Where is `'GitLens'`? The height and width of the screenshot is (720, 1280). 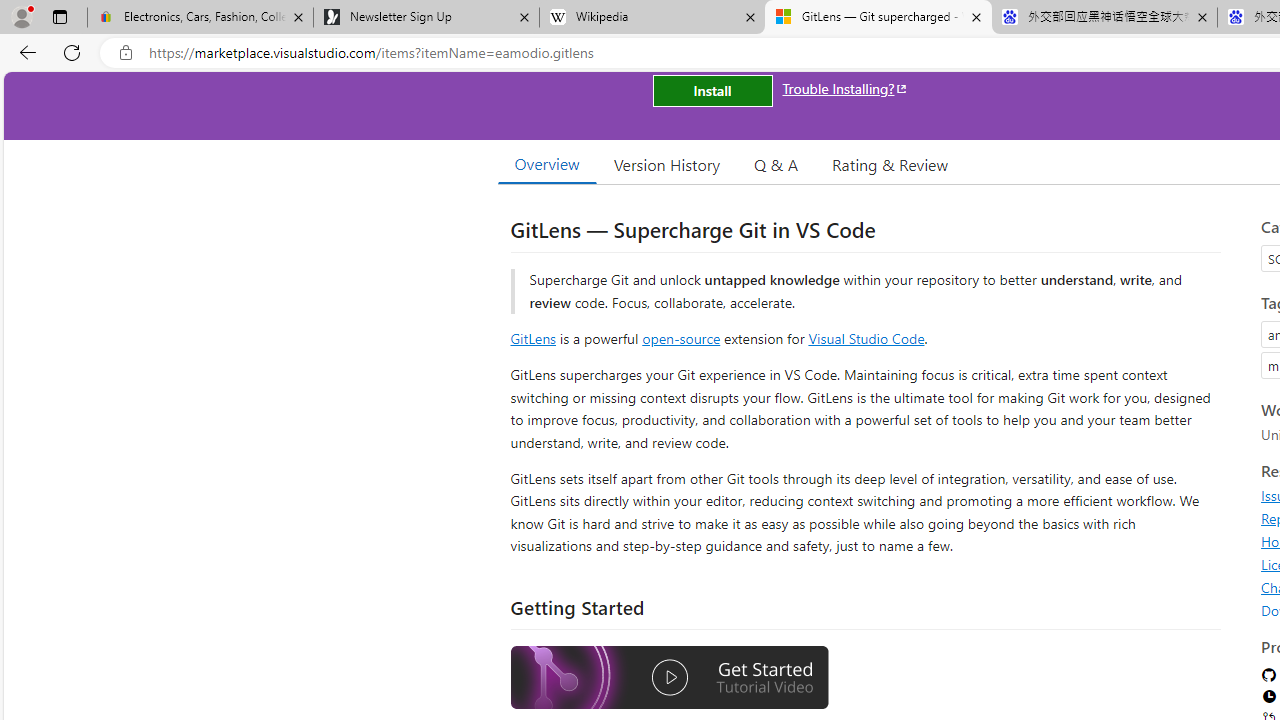 'GitLens' is located at coordinates (533, 337).